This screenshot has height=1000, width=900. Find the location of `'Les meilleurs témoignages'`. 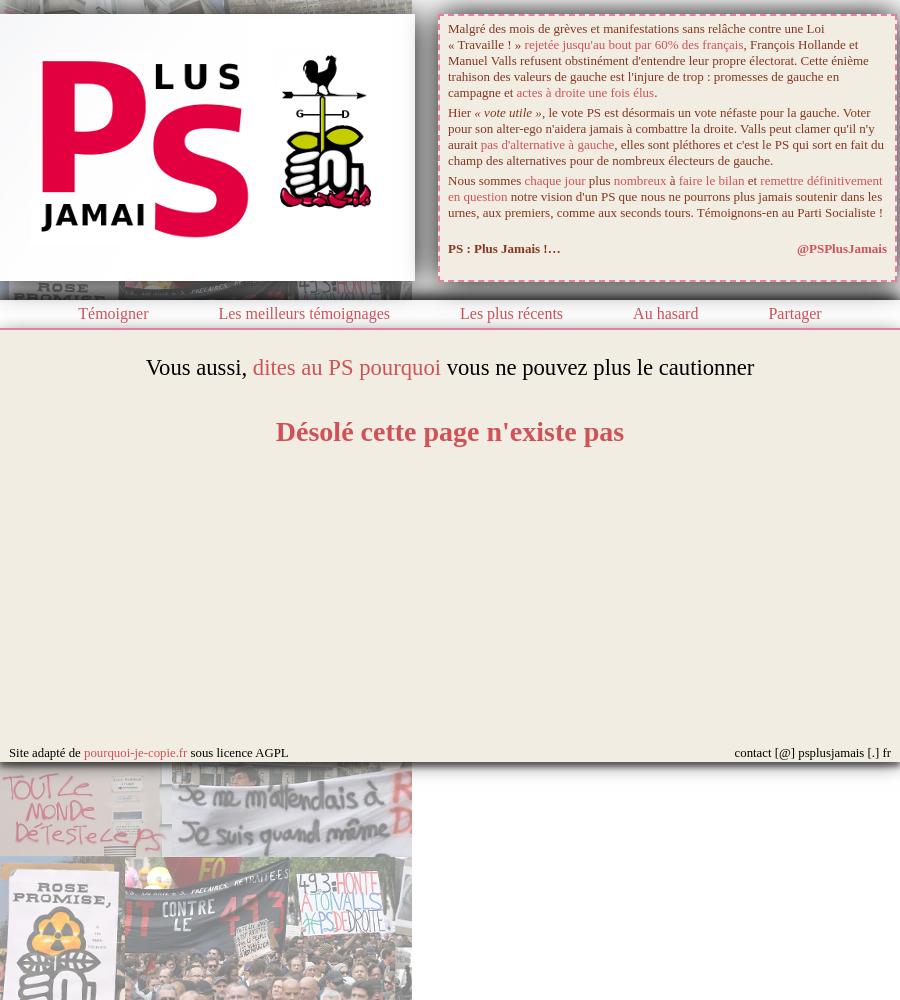

'Les meilleurs témoignages' is located at coordinates (217, 312).